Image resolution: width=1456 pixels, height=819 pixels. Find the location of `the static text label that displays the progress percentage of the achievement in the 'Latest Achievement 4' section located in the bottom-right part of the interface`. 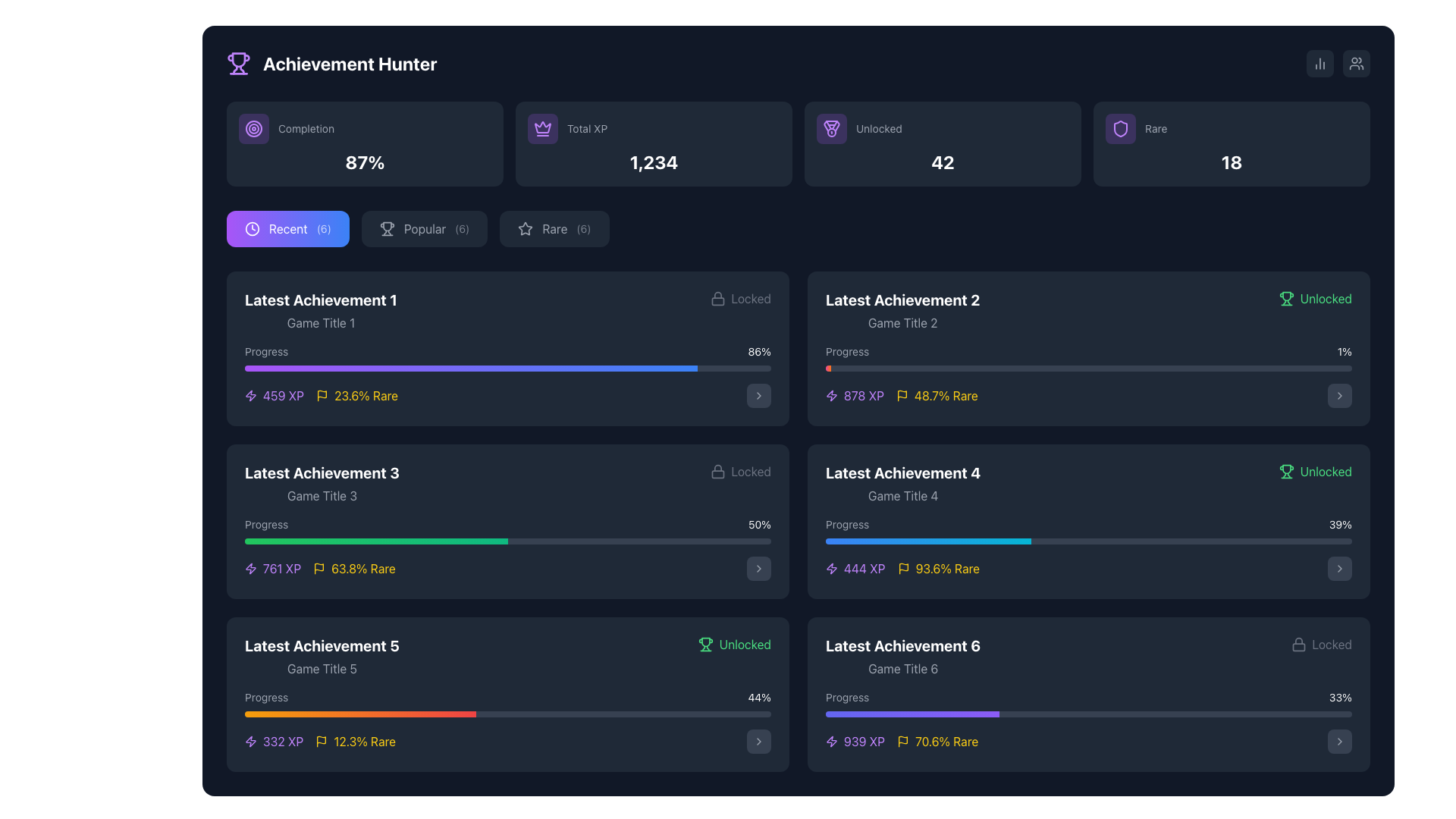

the static text label that displays the progress percentage of the achievement in the 'Latest Achievement 4' section located in the bottom-right part of the interface is located at coordinates (1340, 523).